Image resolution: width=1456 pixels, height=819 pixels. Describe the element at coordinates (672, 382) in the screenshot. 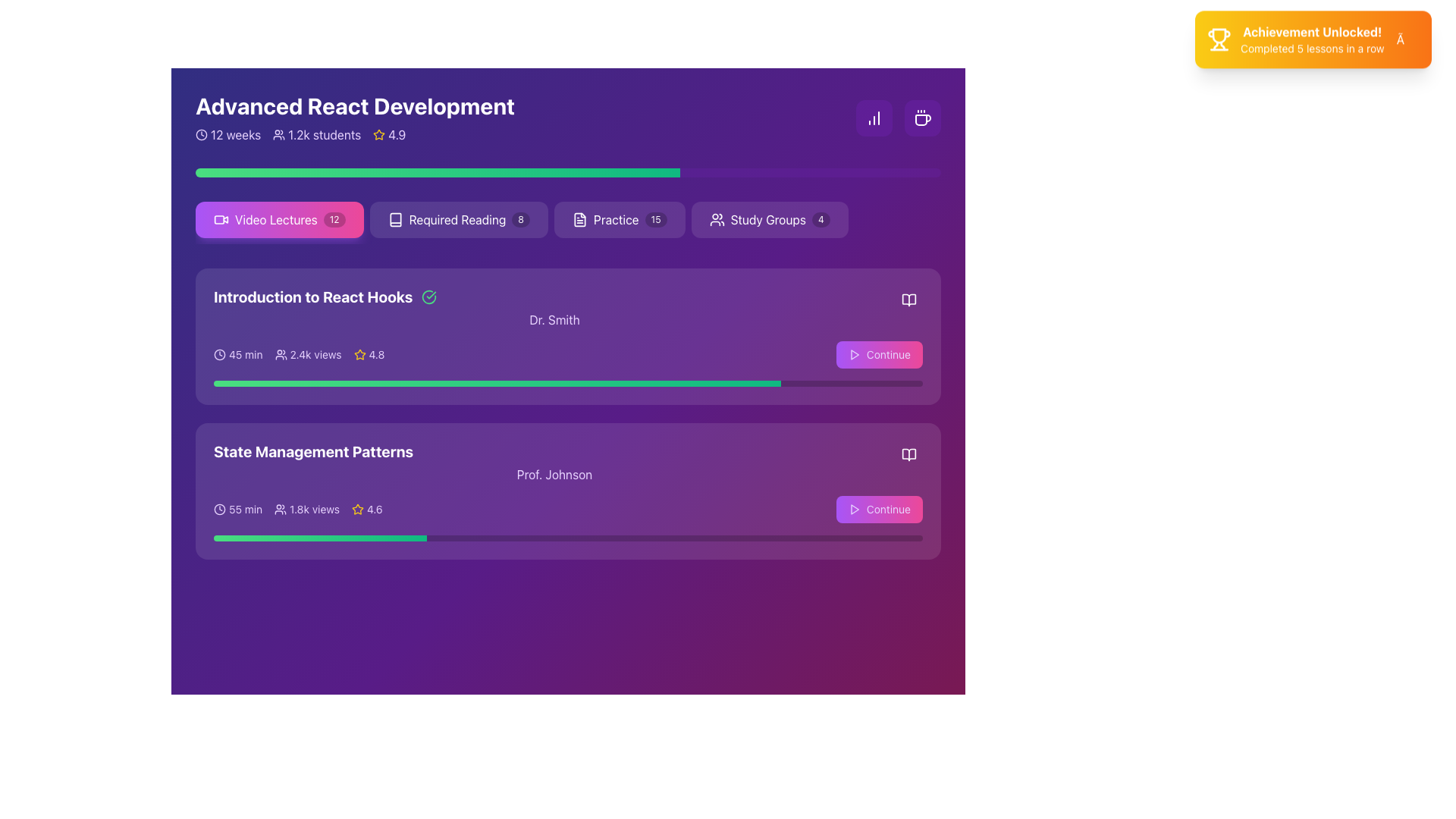

I see `slider value` at that location.